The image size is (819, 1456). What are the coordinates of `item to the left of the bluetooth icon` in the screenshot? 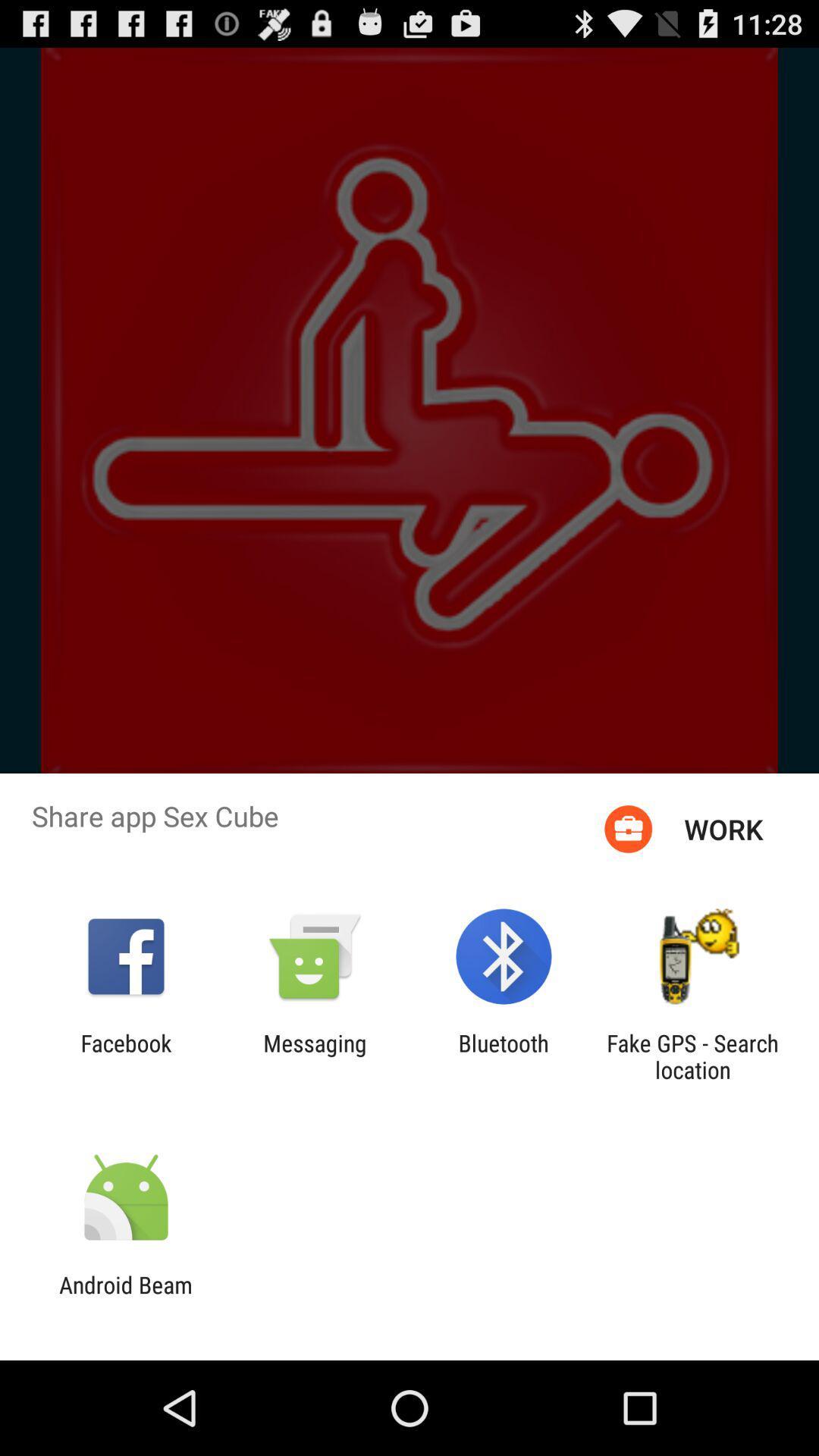 It's located at (314, 1056).